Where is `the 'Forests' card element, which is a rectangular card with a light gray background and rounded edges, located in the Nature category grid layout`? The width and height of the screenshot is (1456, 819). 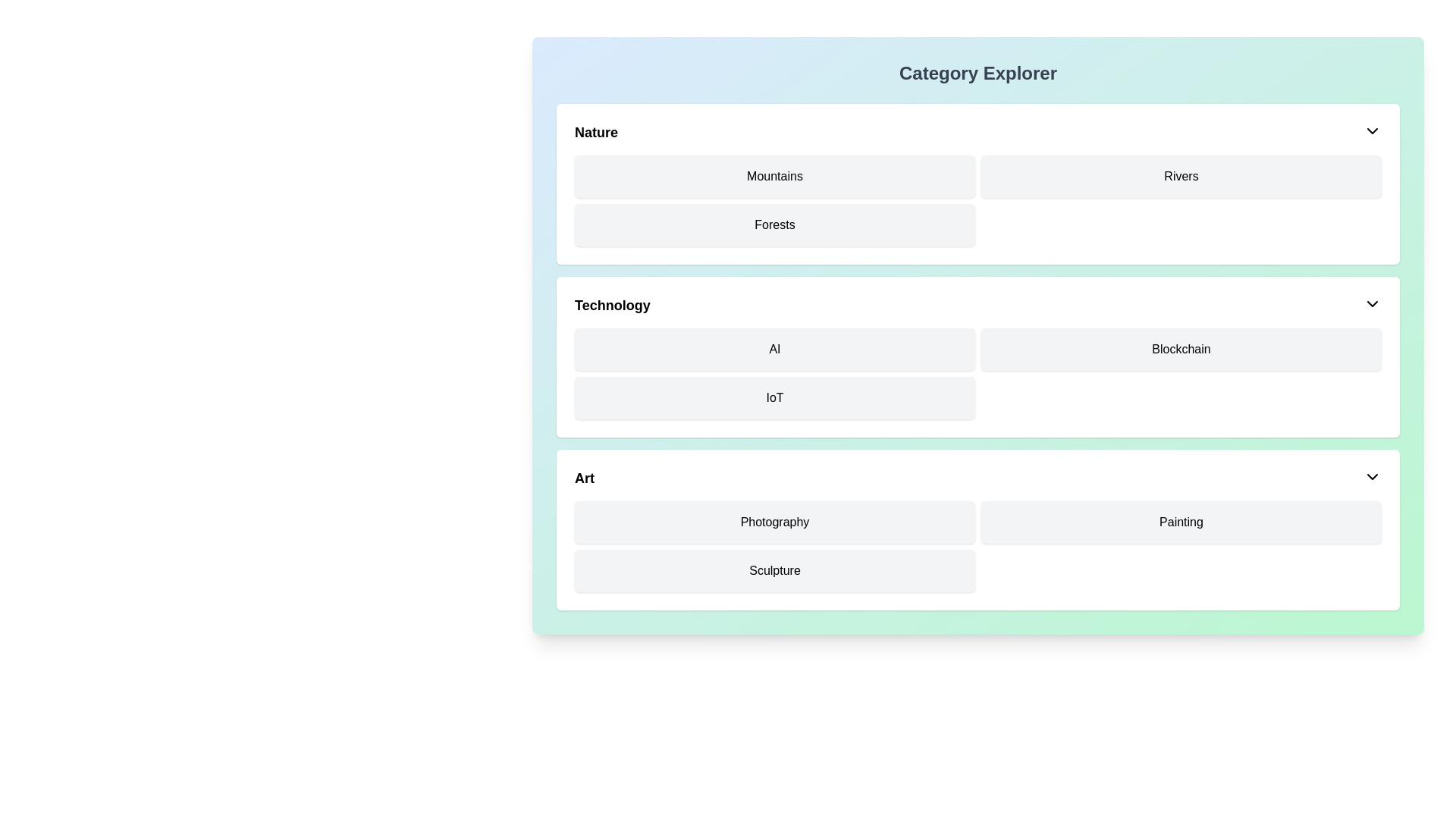
the 'Forests' card element, which is a rectangular card with a light gray background and rounded edges, located in the Nature category grid layout is located at coordinates (775, 225).